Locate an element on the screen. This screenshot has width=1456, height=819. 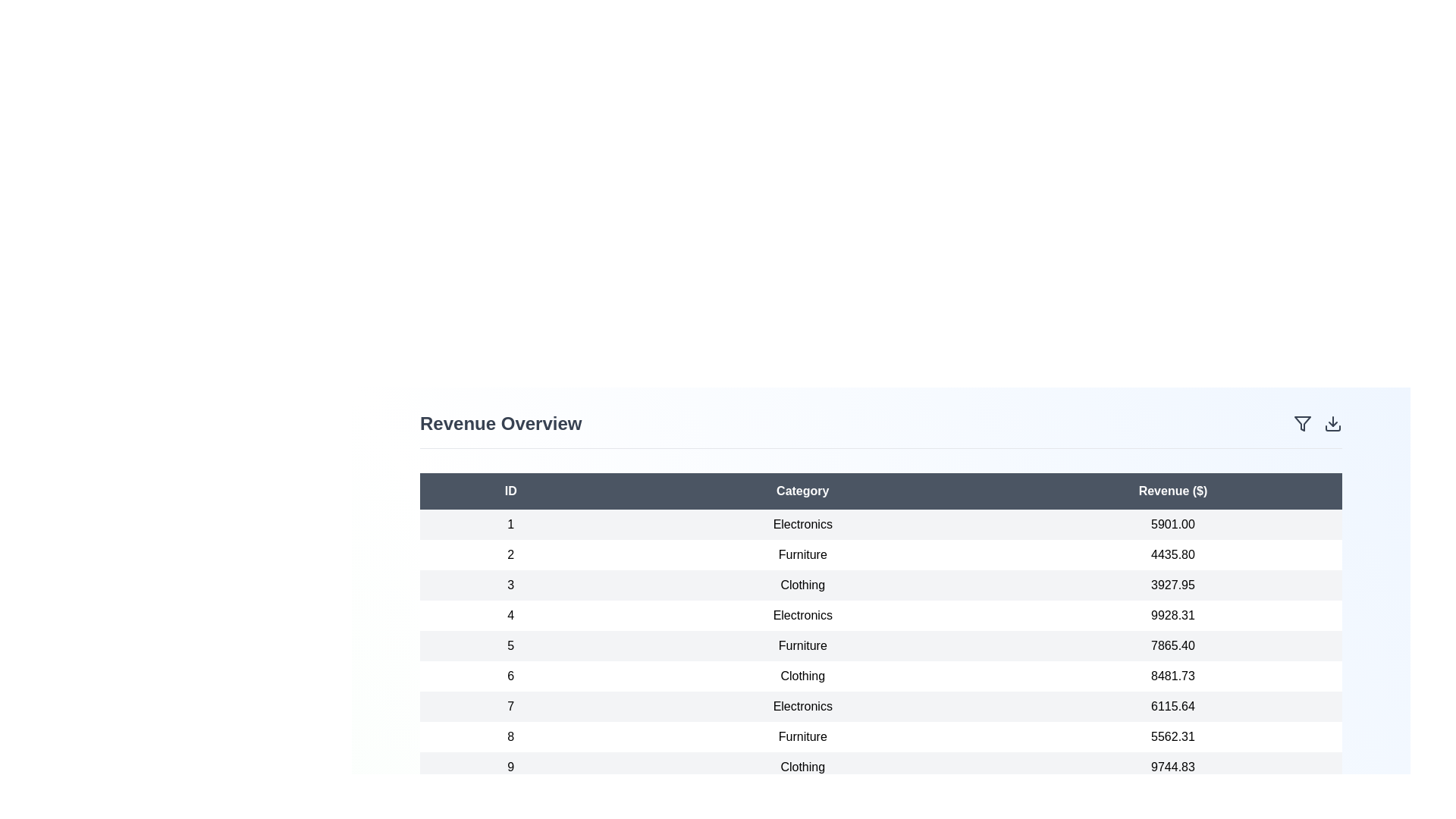
the 'Download' icon to download the data is located at coordinates (1332, 424).